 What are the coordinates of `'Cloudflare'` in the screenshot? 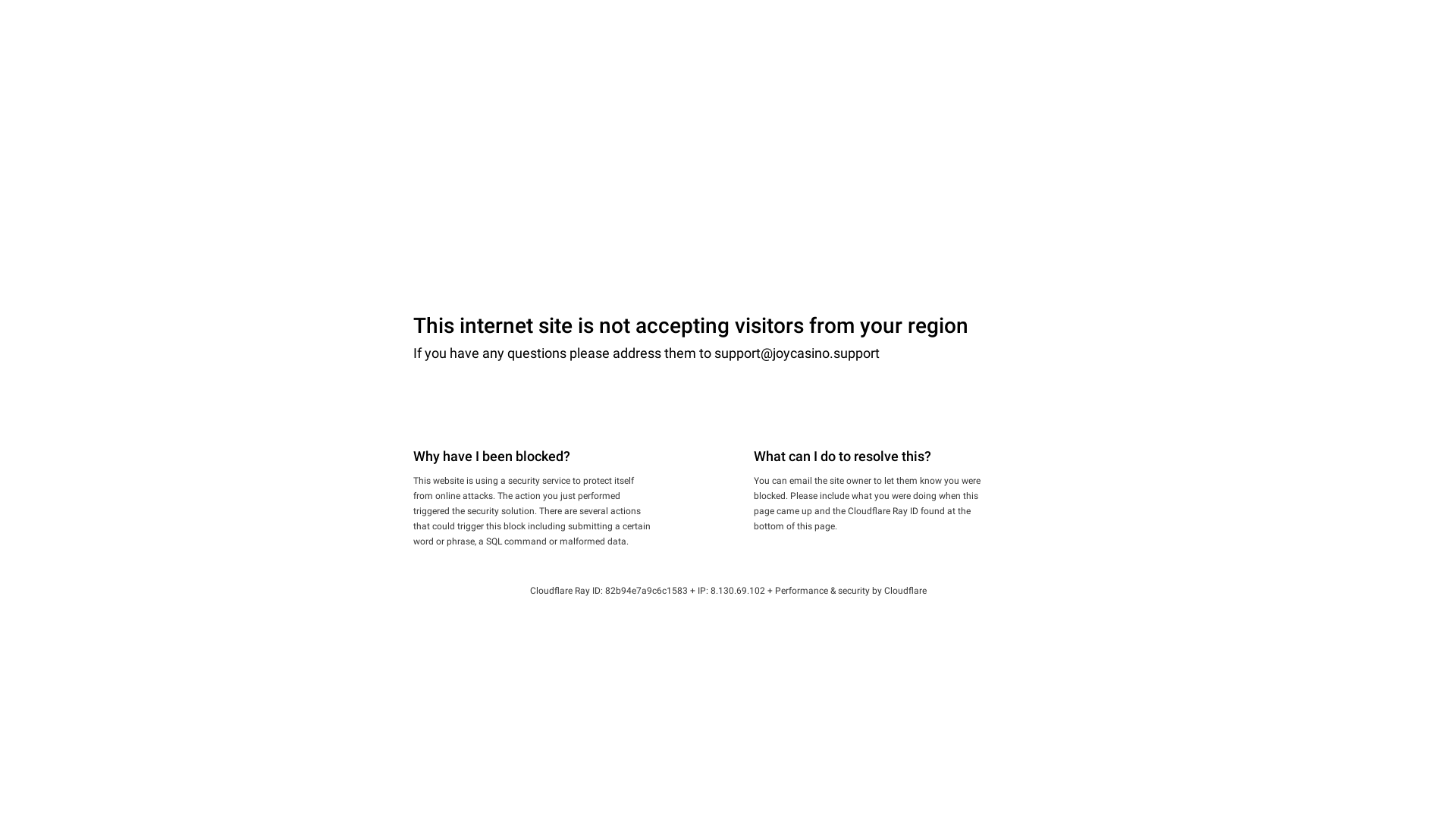 It's located at (905, 590).